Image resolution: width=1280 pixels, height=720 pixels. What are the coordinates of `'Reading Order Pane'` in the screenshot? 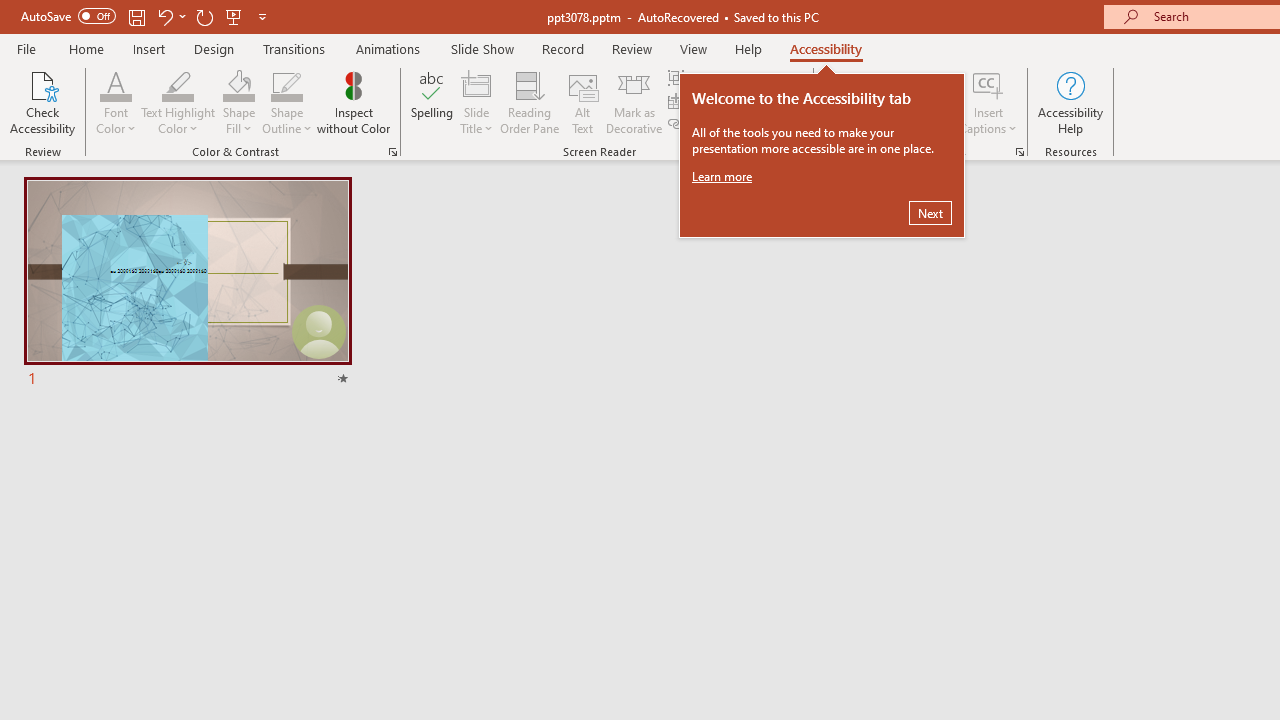 It's located at (529, 103).